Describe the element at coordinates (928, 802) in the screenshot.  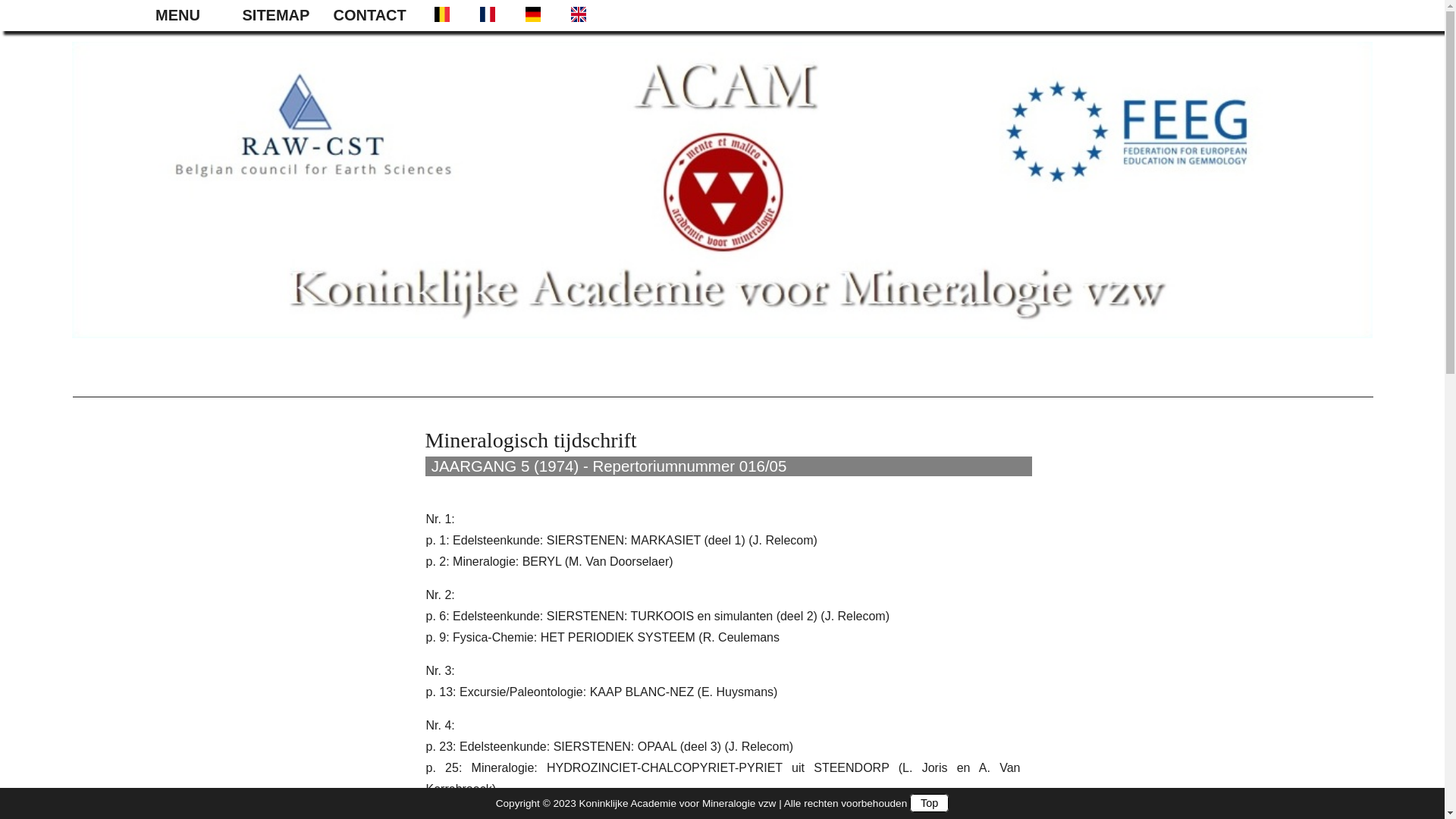
I see `'Top'` at that location.